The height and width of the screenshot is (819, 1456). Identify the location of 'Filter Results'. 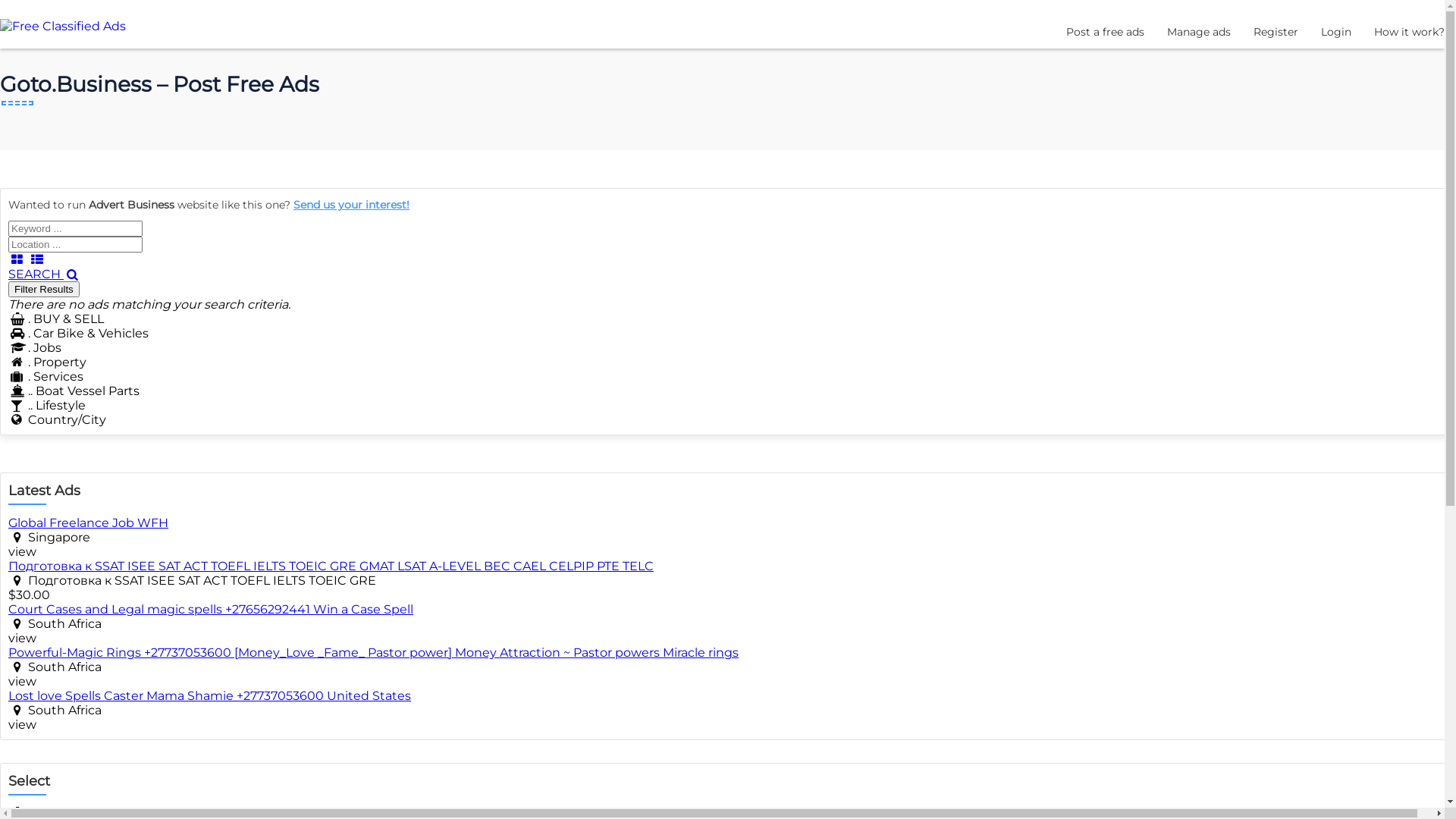
(8, 289).